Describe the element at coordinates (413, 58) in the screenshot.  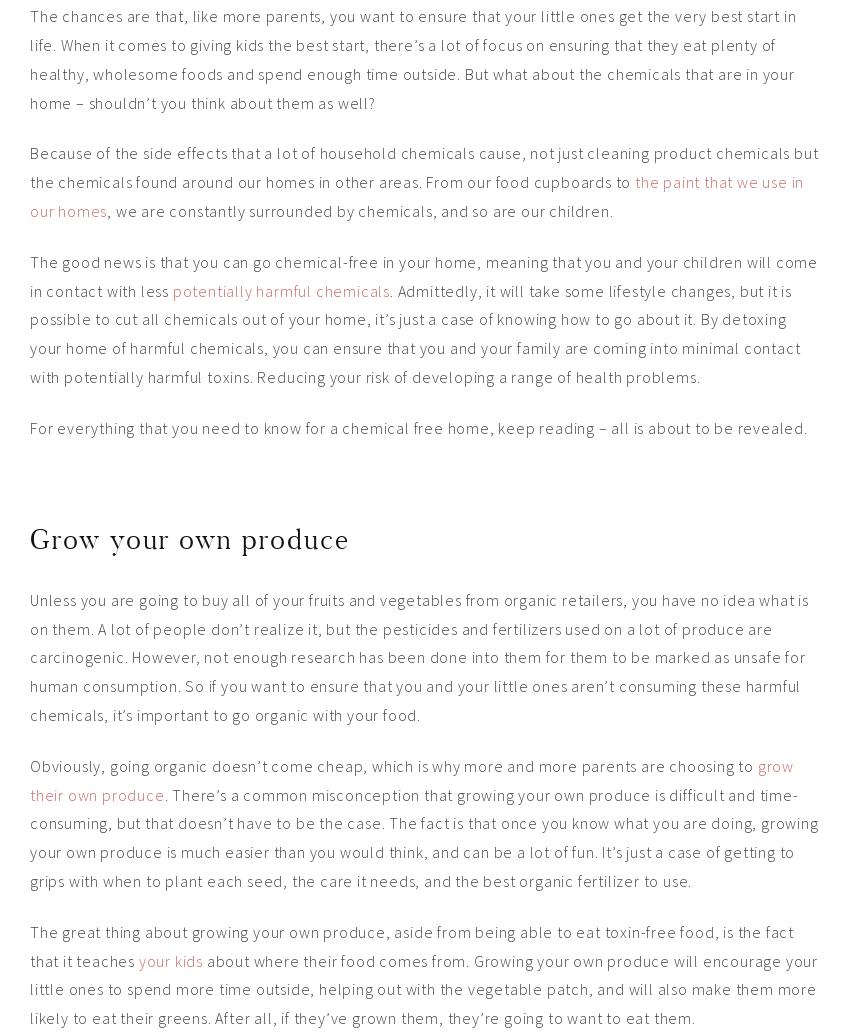
I see `'The chances are that, like more parents, you want to ensure that your little ones get the very best start in life. When it comes to giving kids the best start, there’s a lot of focus on ensuring that they eat plenty of healthy, wholesome foods and spend enough time outside. But what about the chemicals that are in your home – shouldn’t you think about them as well?'` at that location.